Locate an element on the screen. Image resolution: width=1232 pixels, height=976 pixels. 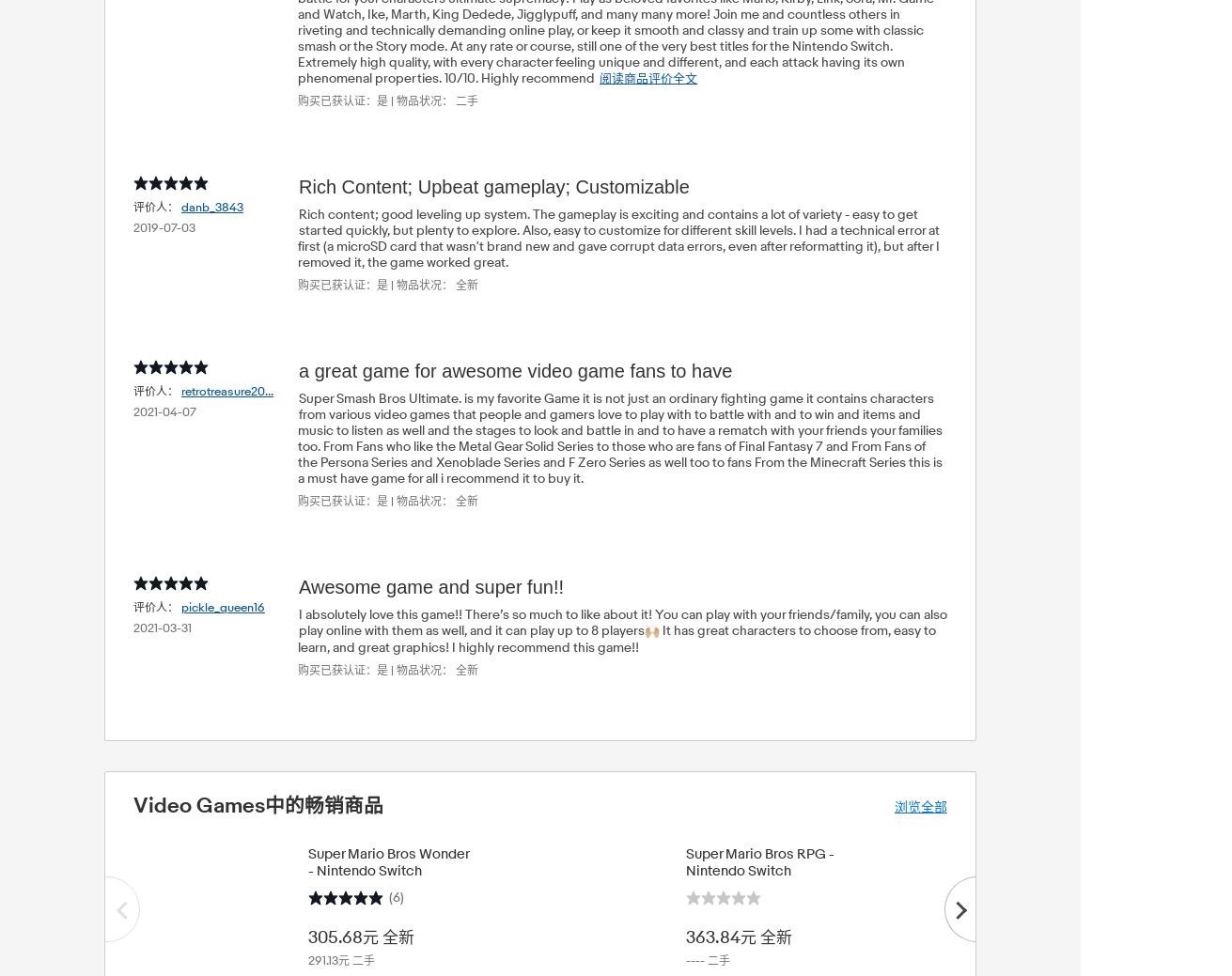
'Super Smash Bros Ultimate. is my favorite Game it is not just an ordinary fighting game it contains characters from various video games that people and gamers love to play with to battle with and to win and items and music to listen as well and the stages to look and battle in and to have a rematch with your friends your families too. From Fans who like the Metal Gear Solid Series to those who are fans of Final Fantasy 7 and From Fans of the Persona Series and Xenoblade Series and F Zero Series as well too to fans From the Minecraft Series this is a must have game for all i recommend it to buy it.' is located at coordinates (618, 437).